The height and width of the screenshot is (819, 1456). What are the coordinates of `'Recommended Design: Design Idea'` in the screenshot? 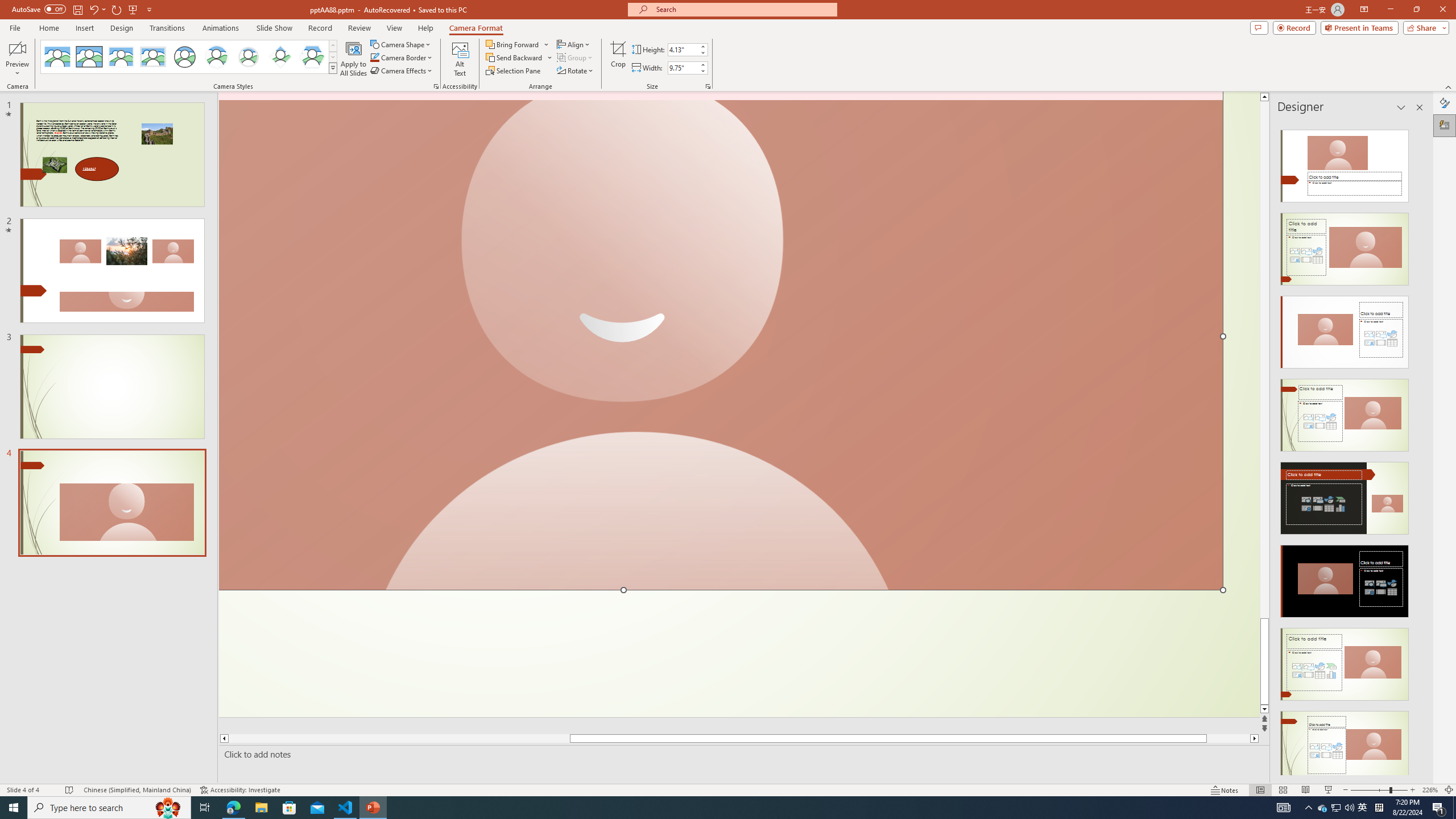 It's located at (1345, 162).